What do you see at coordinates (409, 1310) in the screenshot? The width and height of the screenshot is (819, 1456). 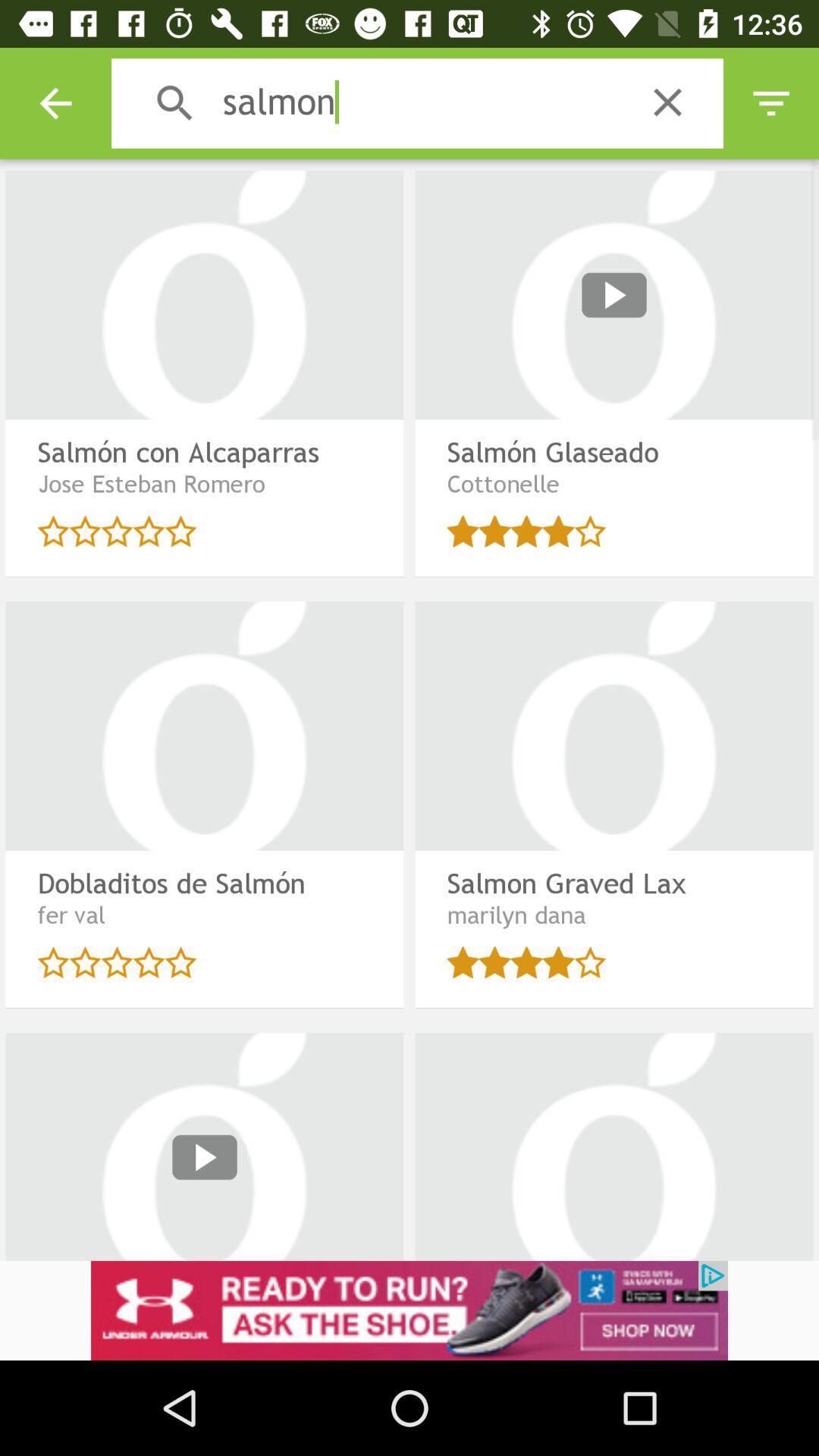 I see `share the article` at bounding box center [409, 1310].